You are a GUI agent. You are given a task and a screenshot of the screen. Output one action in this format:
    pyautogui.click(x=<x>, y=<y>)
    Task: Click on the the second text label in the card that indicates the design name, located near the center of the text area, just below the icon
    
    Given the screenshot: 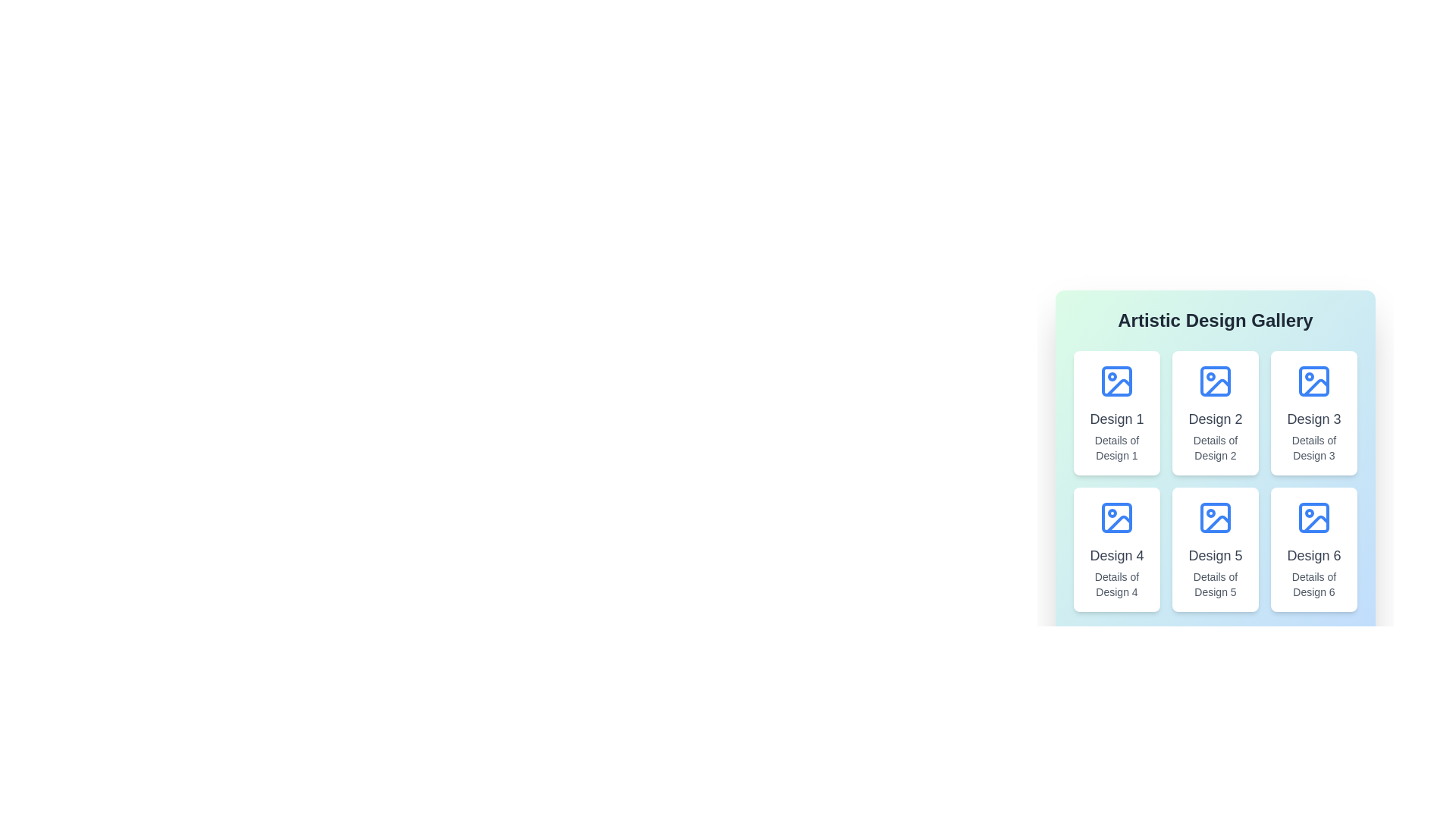 What is the action you would take?
    pyautogui.click(x=1117, y=419)
    